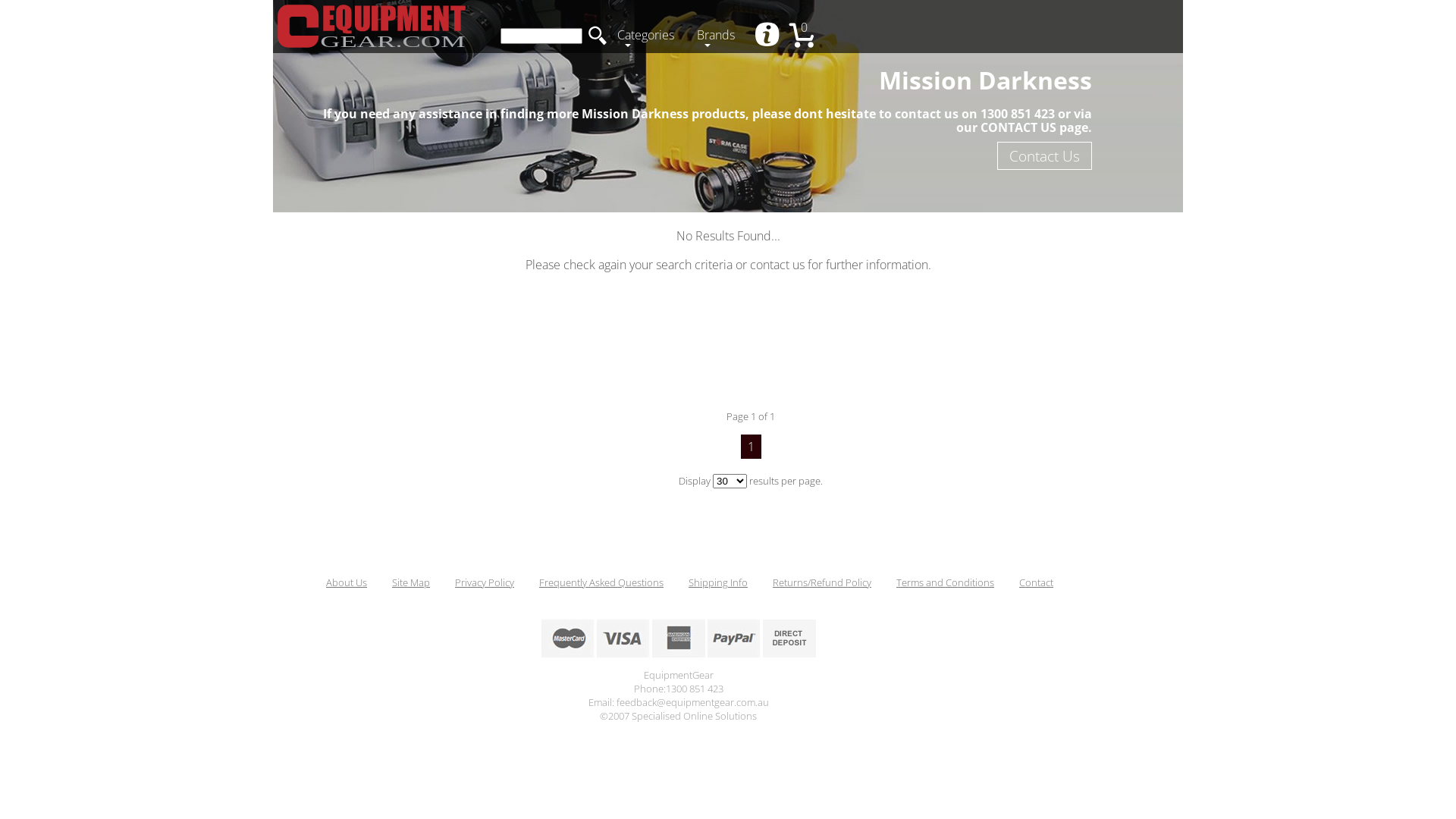 The width and height of the screenshot is (1456, 819). What do you see at coordinates (768, 35) in the screenshot?
I see `' '` at bounding box center [768, 35].